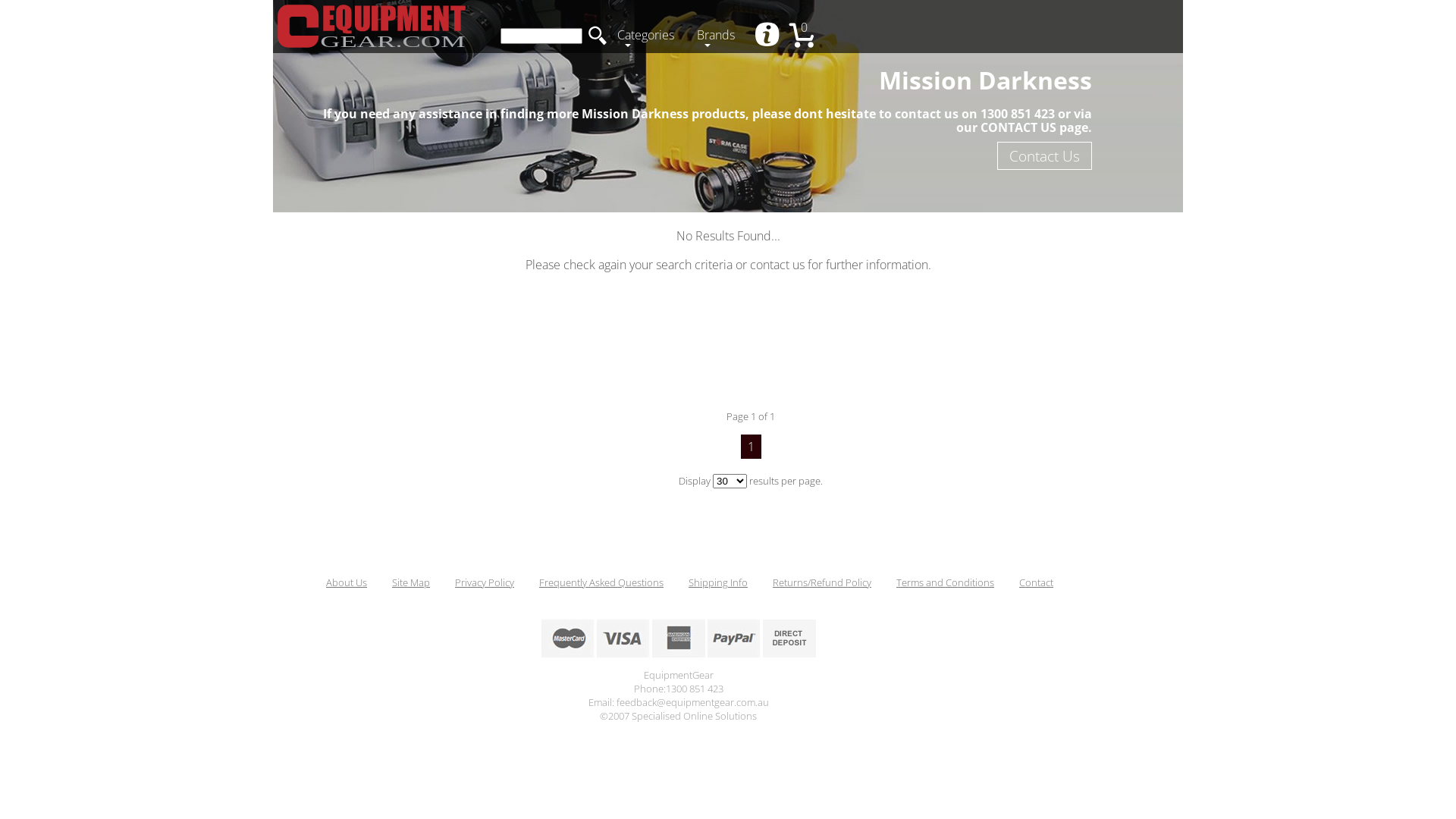 The width and height of the screenshot is (1456, 819). What do you see at coordinates (768, 35) in the screenshot?
I see `' '` at bounding box center [768, 35].